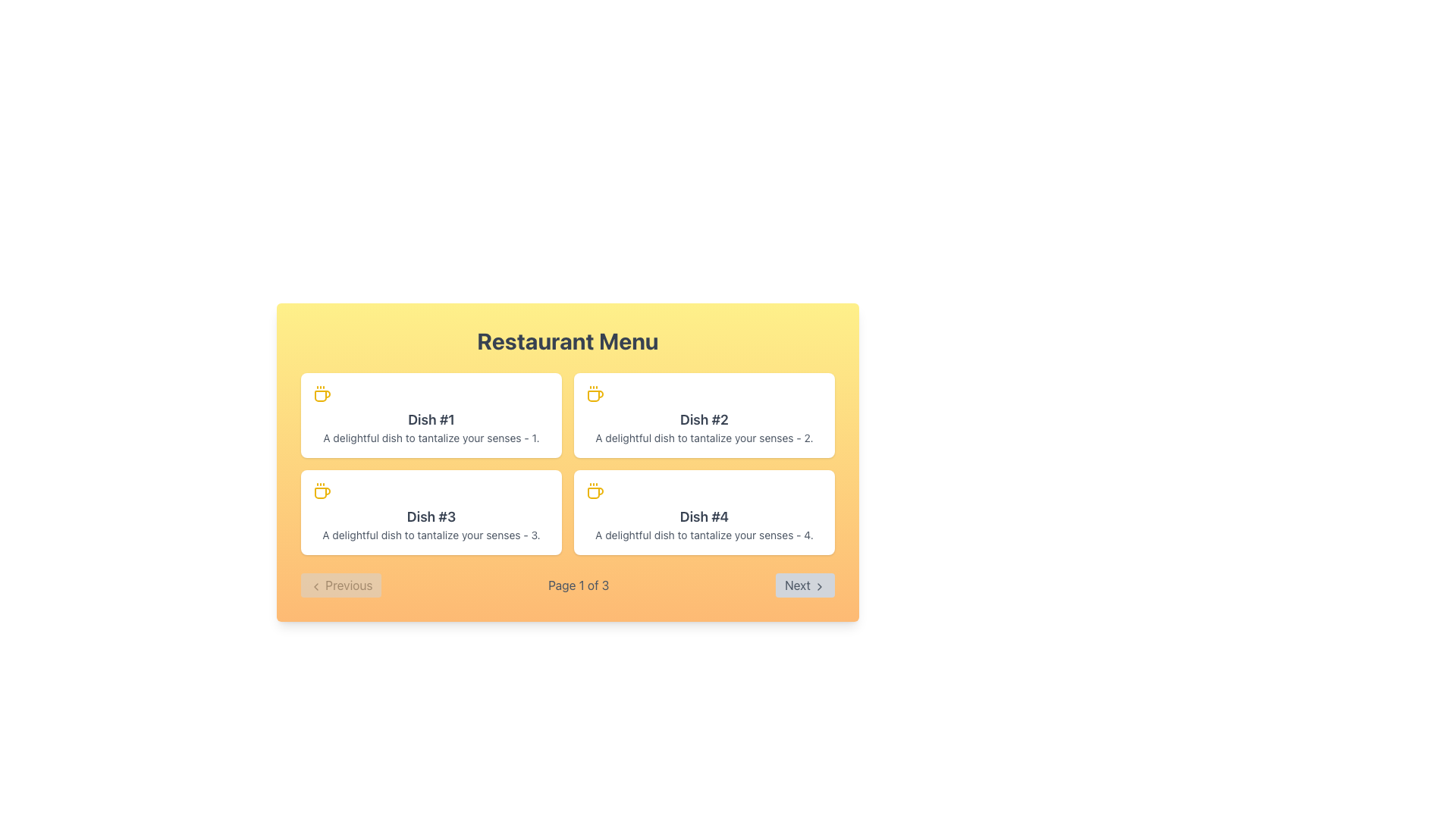  What do you see at coordinates (818, 585) in the screenshot?
I see `the 'Next' button icon located at the bottom-right corner of the interface, which visually indicates the 'Next' action` at bounding box center [818, 585].